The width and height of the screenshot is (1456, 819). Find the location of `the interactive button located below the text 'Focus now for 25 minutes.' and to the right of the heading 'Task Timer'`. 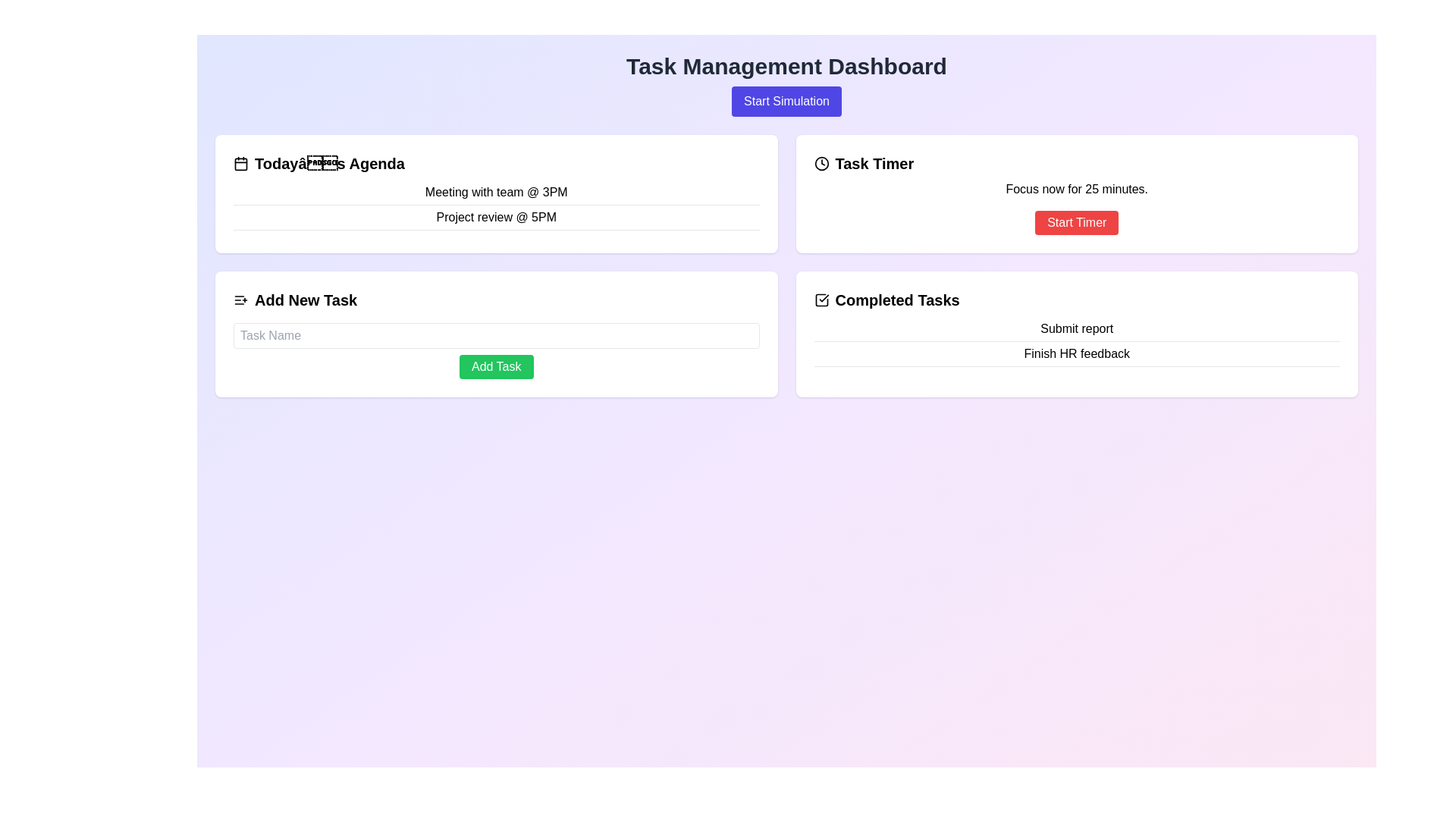

the interactive button located below the text 'Focus now for 25 minutes.' and to the right of the heading 'Task Timer' is located at coordinates (1076, 222).